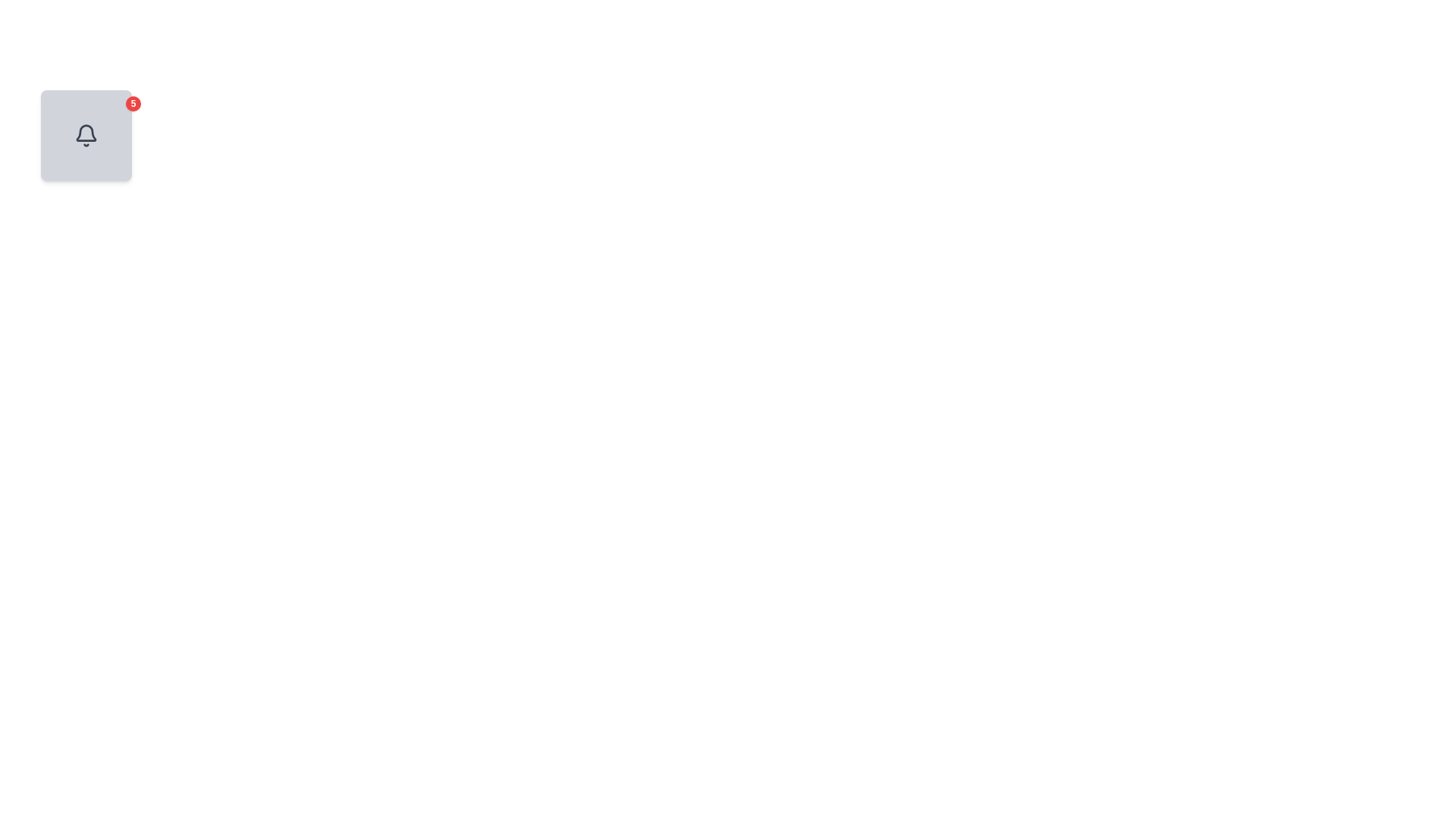 The width and height of the screenshot is (1456, 819). Describe the element at coordinates (86, 132) in the screenshot. I see `the bell-shaped notification icon, which is the larger bottom portion of the bell structure` at that location.